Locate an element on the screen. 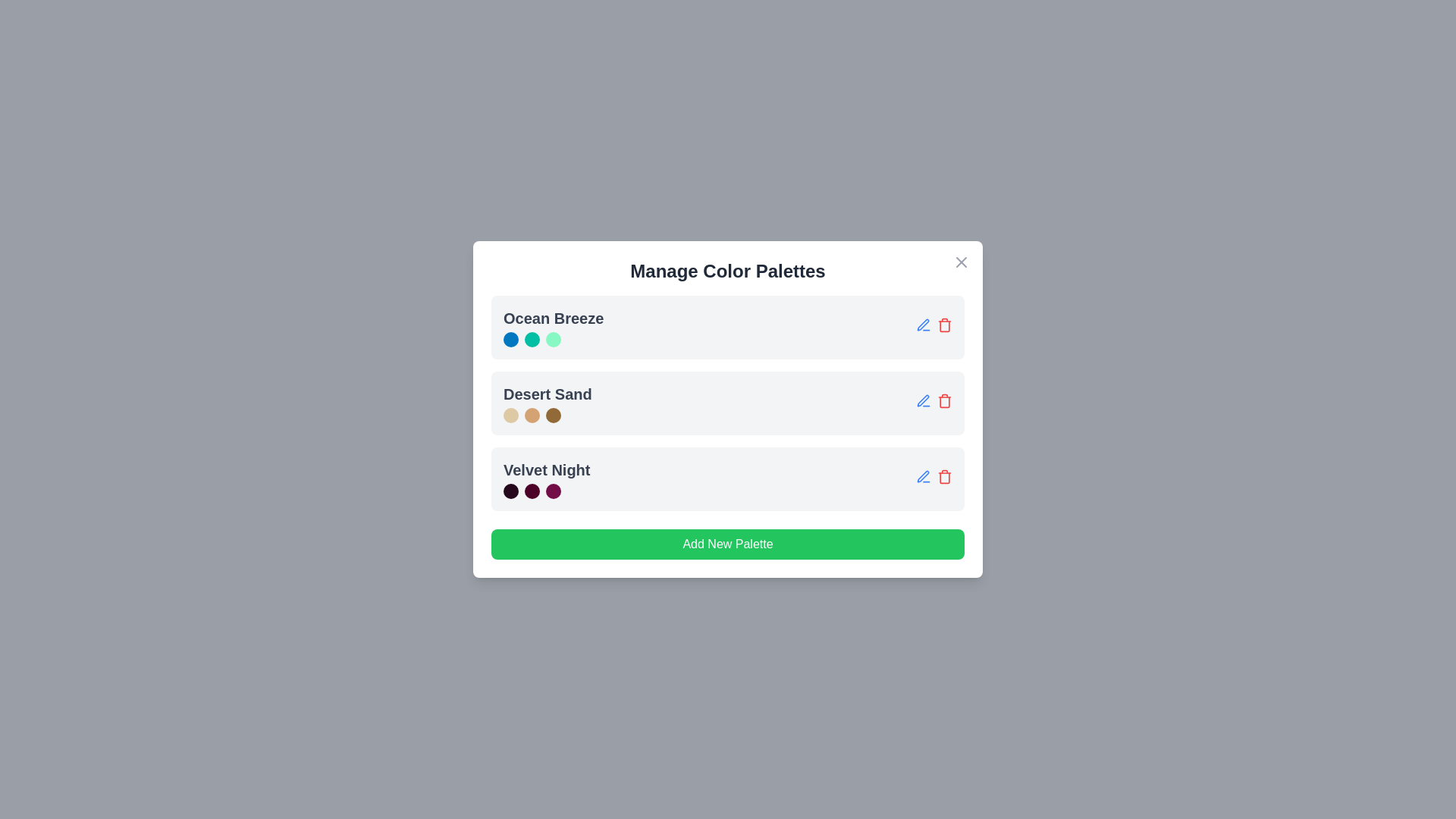  the edit icon for the palette named Velvet Night is located at coordinates (923, 475).